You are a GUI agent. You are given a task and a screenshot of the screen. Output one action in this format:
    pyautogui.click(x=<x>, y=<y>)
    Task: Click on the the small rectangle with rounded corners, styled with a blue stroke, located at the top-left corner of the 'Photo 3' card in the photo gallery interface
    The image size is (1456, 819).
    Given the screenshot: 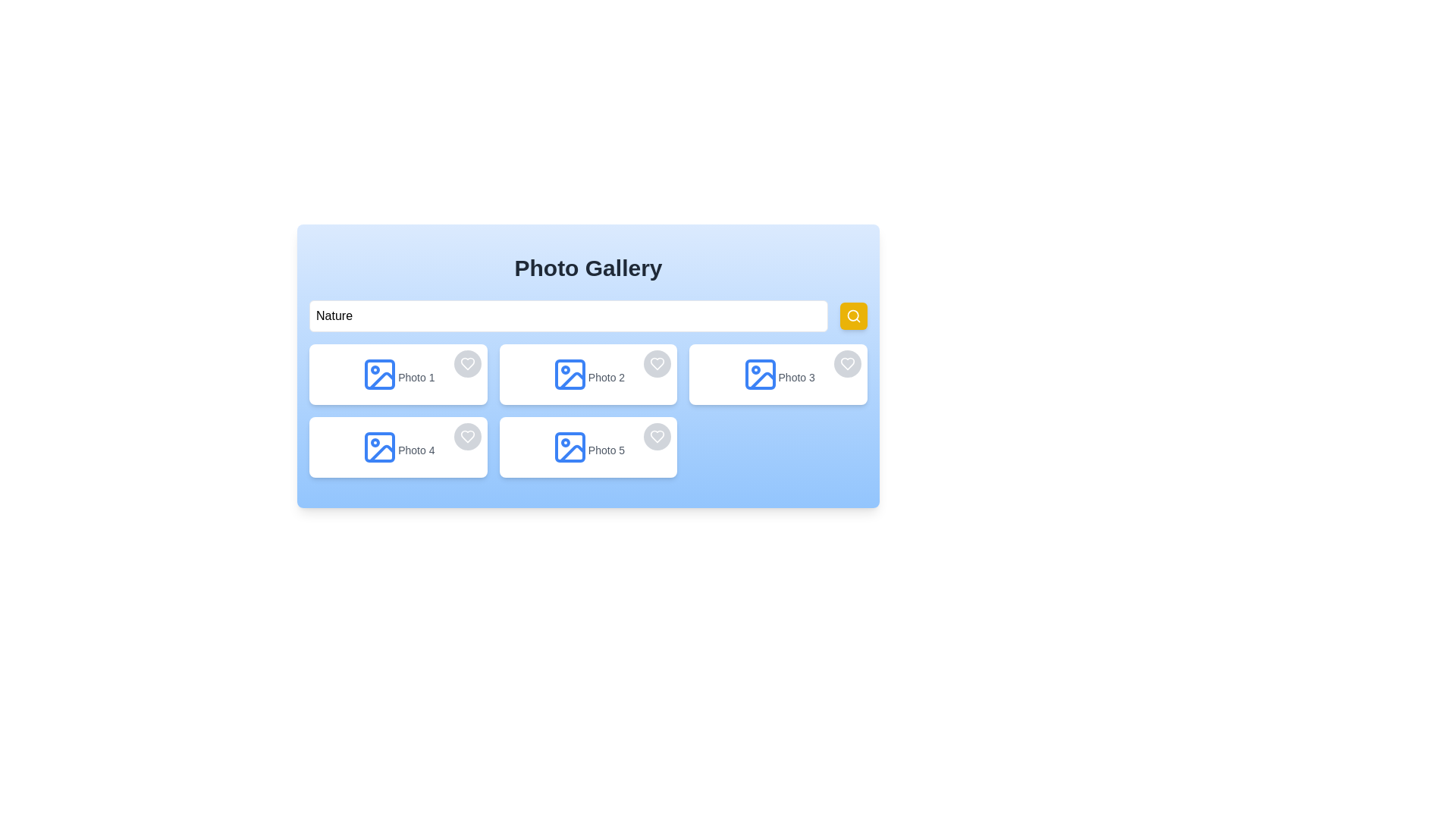 What is the action you would take?
    pyautogui.click(x=760, y=374)
    